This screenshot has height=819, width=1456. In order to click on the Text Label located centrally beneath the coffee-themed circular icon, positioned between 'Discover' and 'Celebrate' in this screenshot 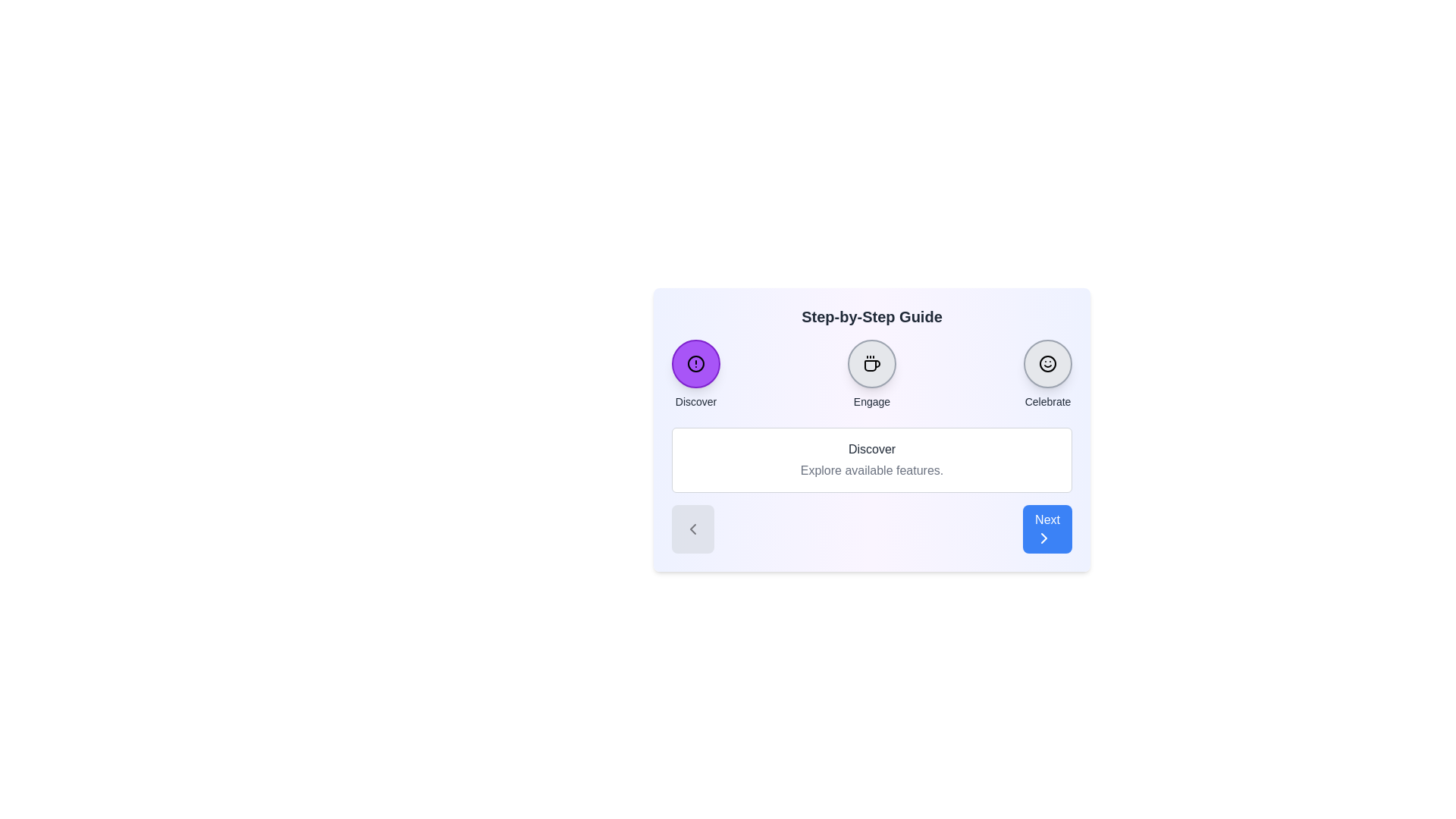, I will do `click(872, 400)`.